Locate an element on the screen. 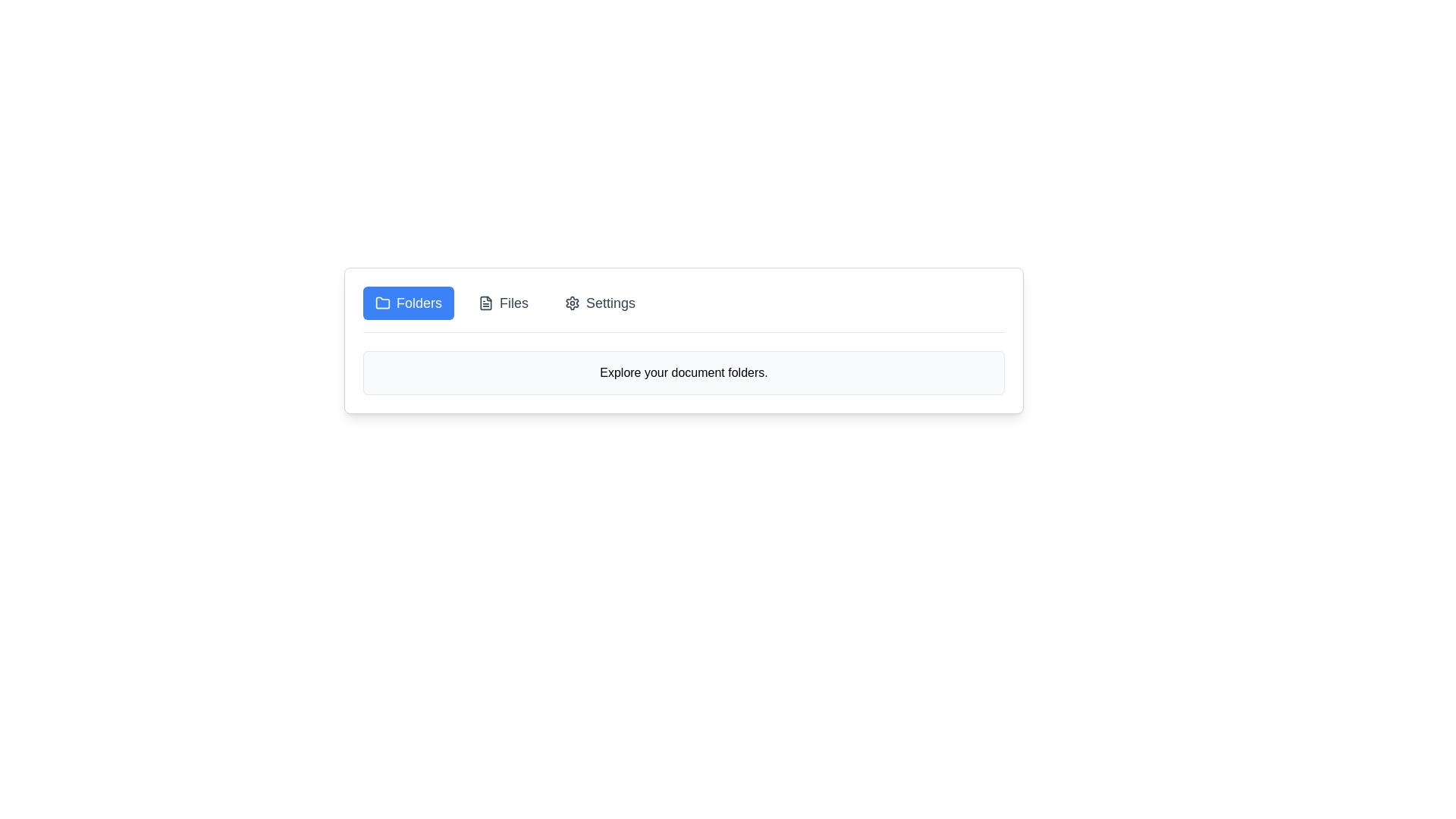 The width and height of the screenshot is (1456, 819). the tab icon for Files is located at coordinates (486, 303).